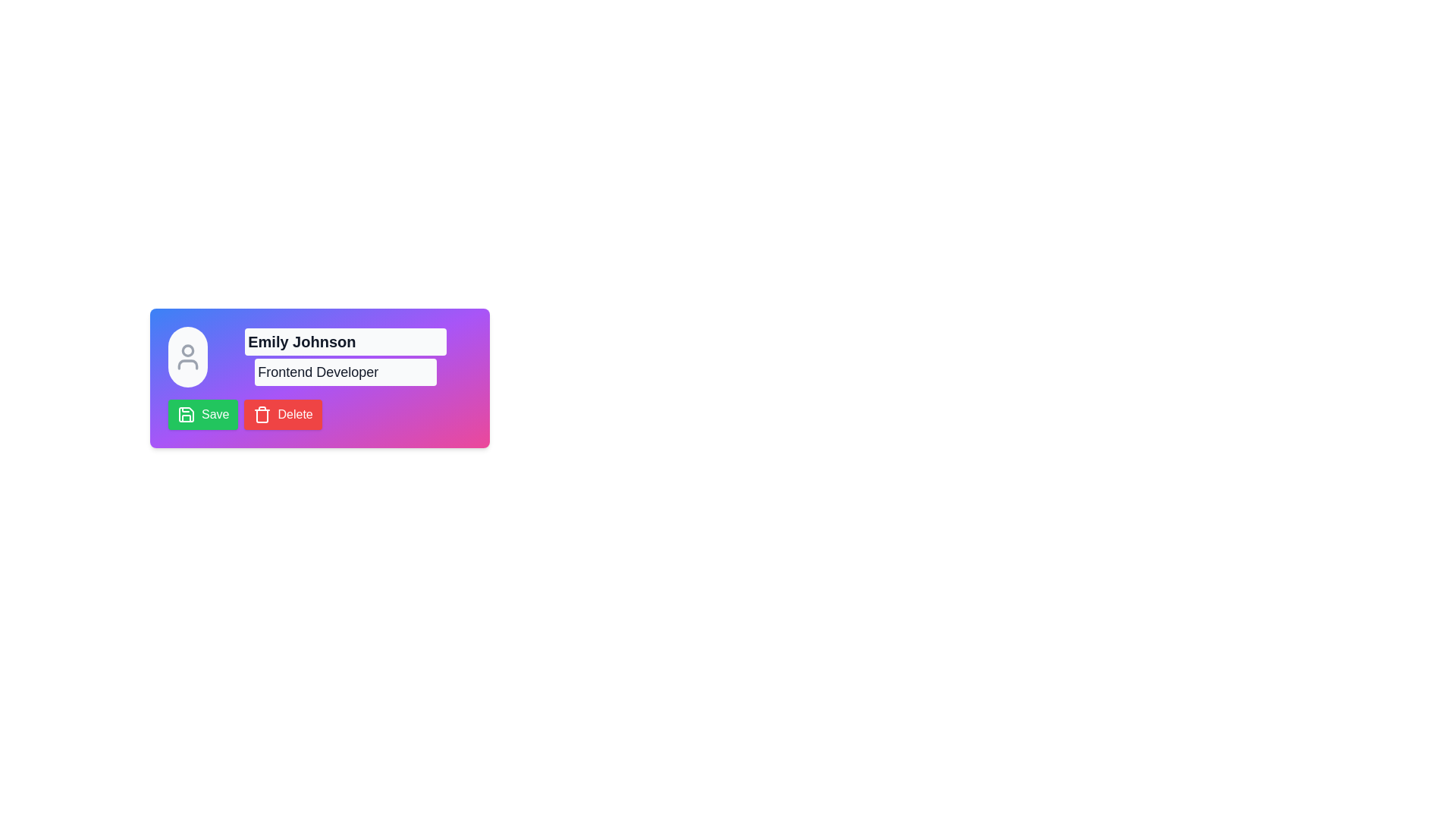 The image size is (1456, 819). Describe the element at coordinates (214, 415) in the screenshot. I see `the 'Save' text label, which is styled in white on a green background, located in the lower-left area of the interface within a button structure` at that location.